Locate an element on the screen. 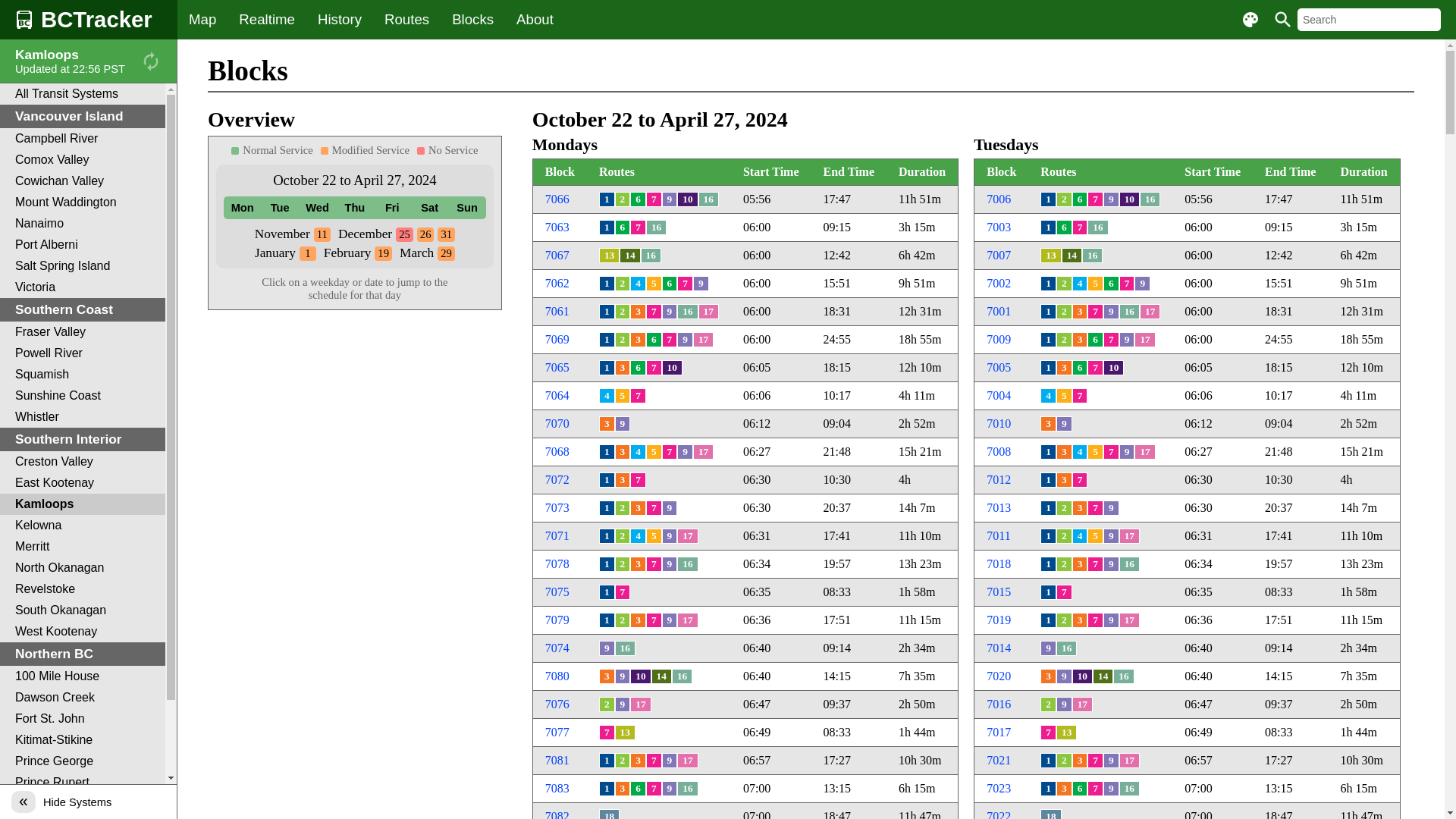 This screenshot has height=819, width=1456. '16' is located at coordinates (1129, 564).